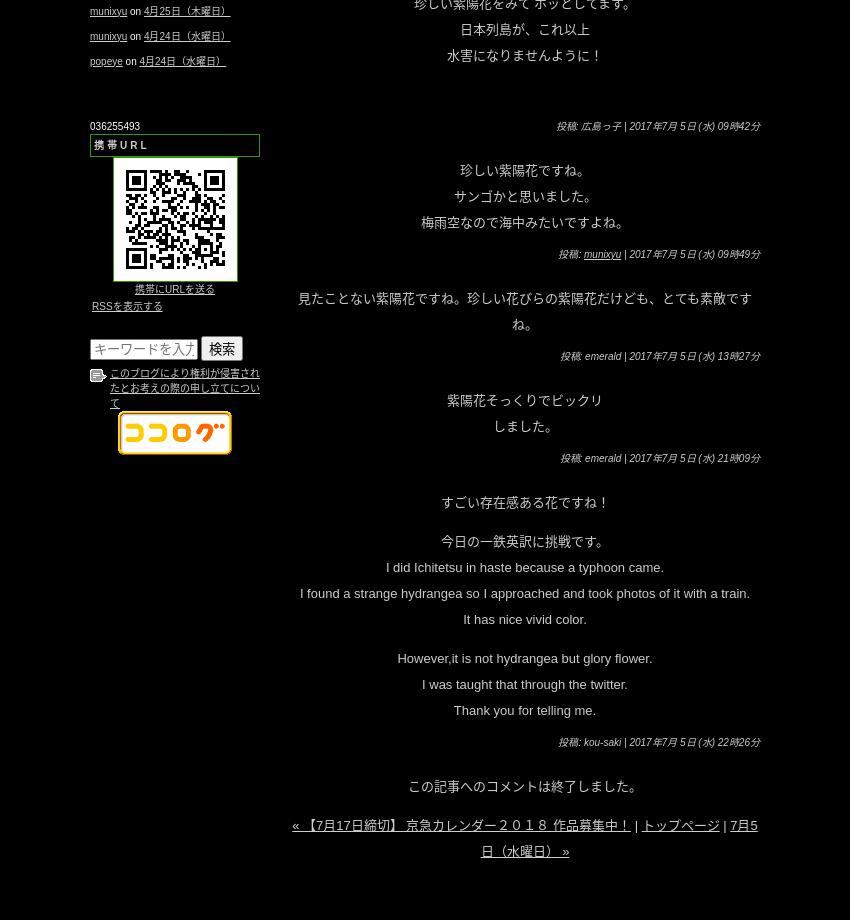 The height and width of the screenshot is (920, 850). I want to click on '| 2017年7月 5日 (水) 09時49分', so click(689, 253).